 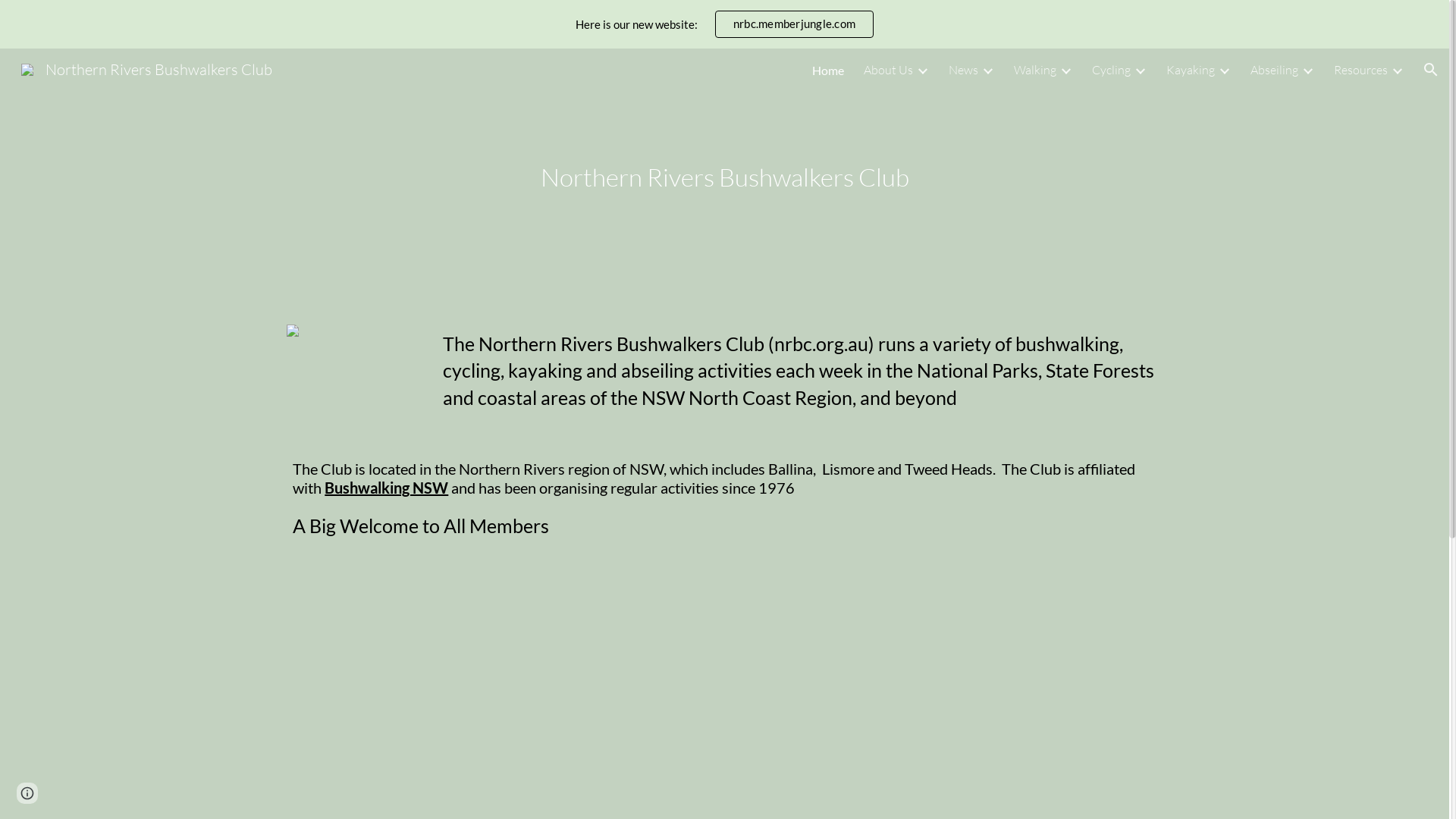 What do you see at coordinates (1111, 70) in the screenshot?
I see `'Cycling'` at bounding box center [1111, 70].